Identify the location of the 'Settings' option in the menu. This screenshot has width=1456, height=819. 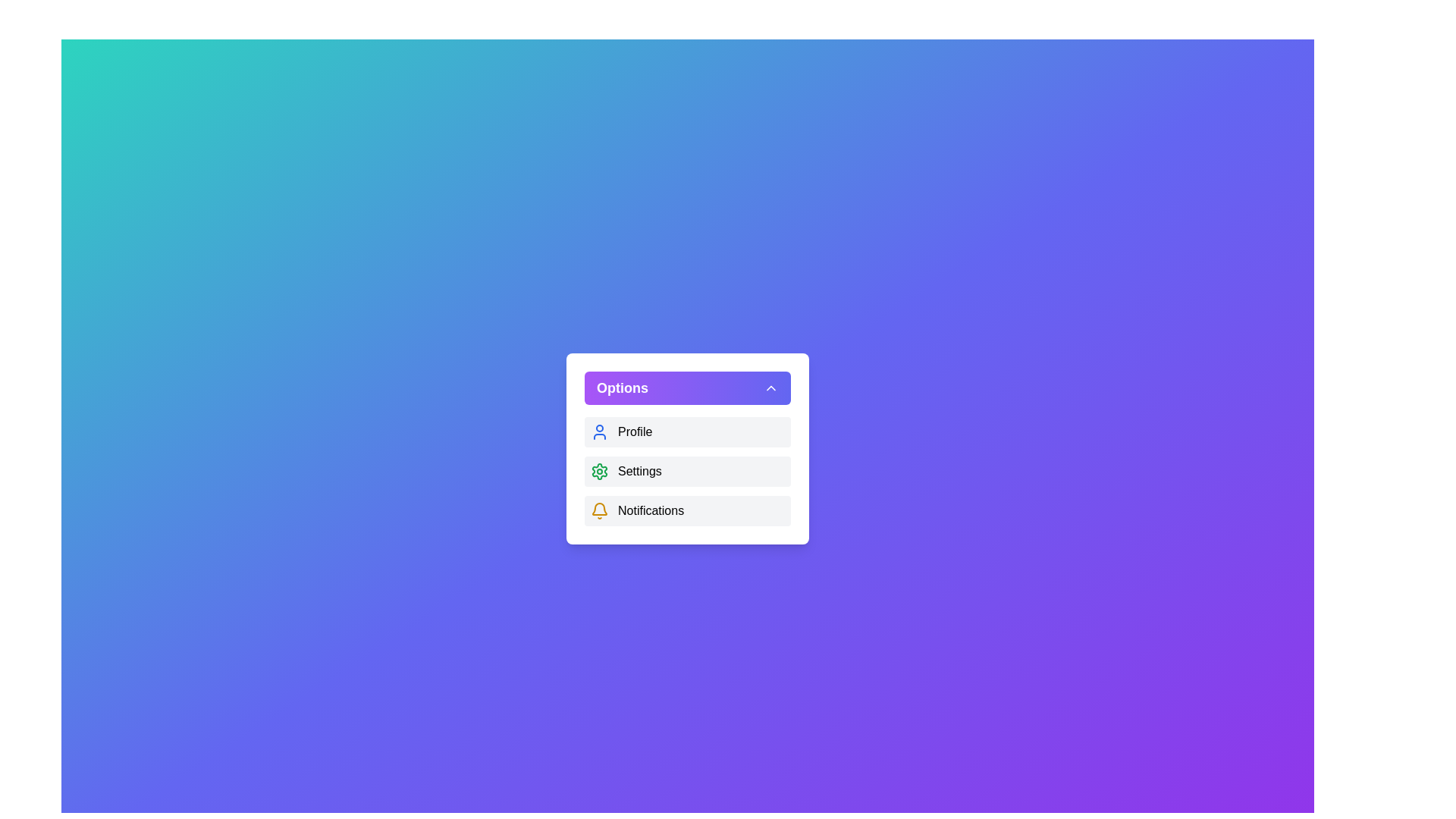
(687, 470).